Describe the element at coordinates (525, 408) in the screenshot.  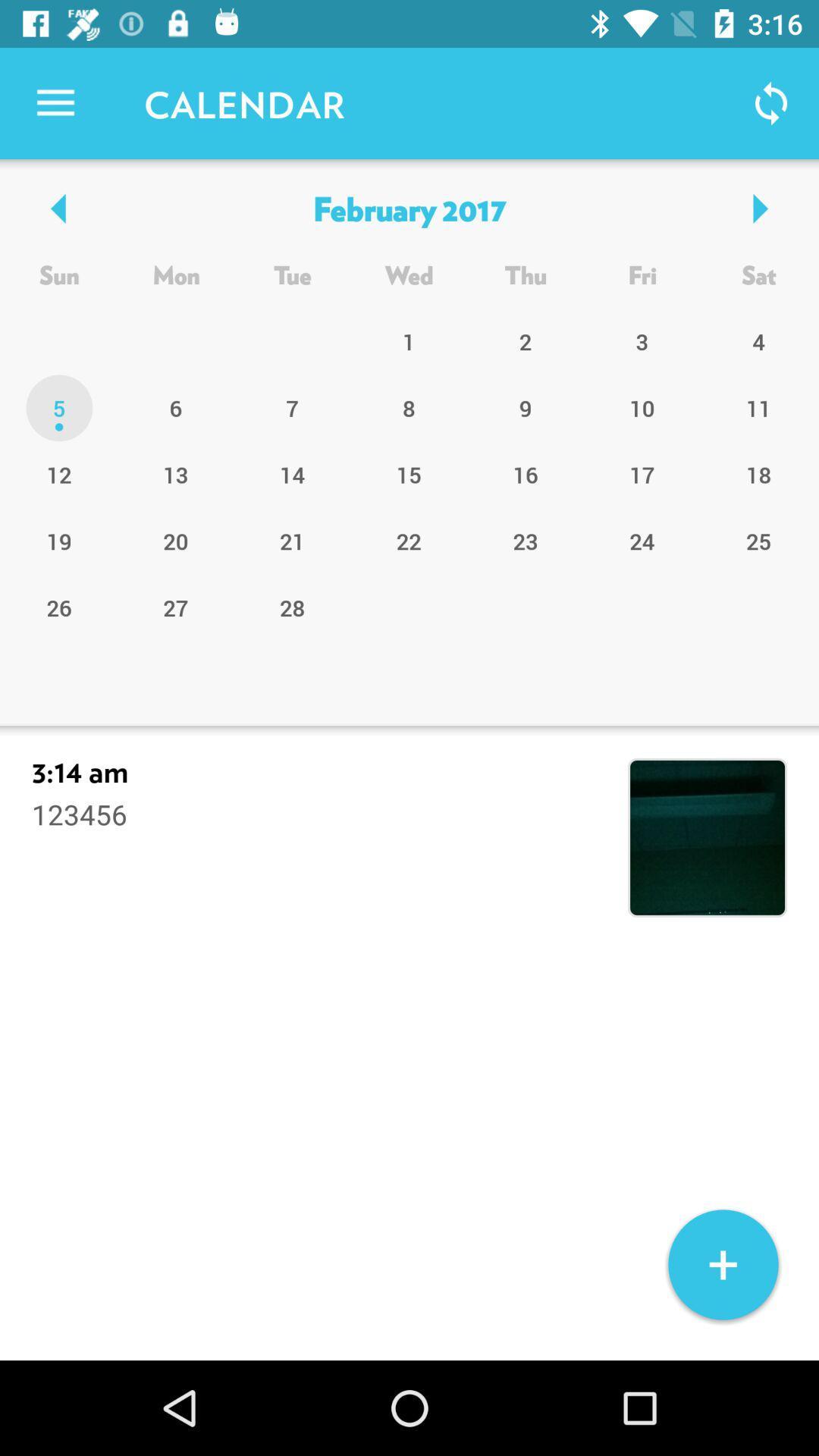
I see `icon below the 1 item` at that location.